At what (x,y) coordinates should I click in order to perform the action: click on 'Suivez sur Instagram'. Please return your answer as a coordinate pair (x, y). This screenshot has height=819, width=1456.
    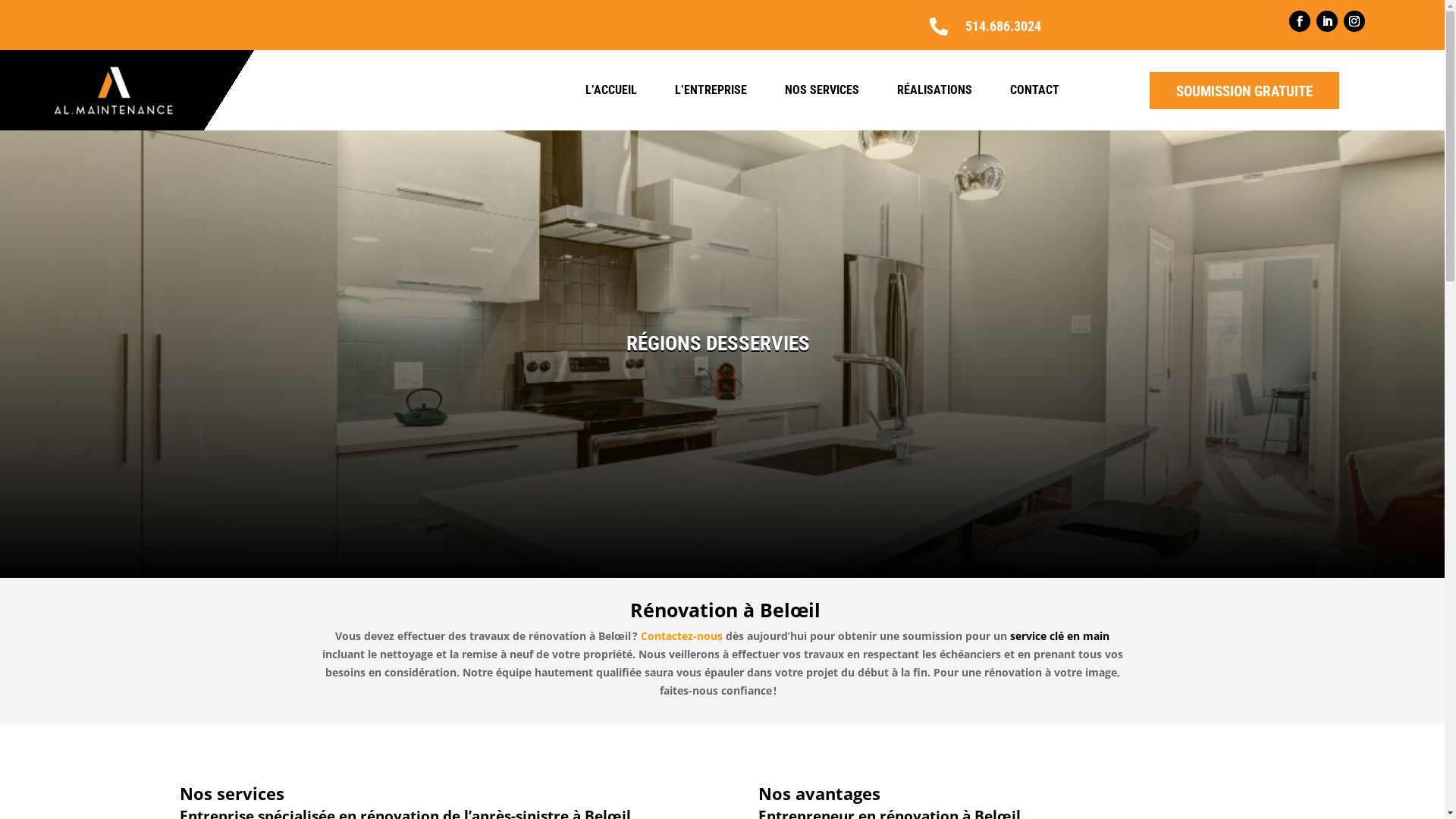
    Looking at the image, I should click on (1354, 20).